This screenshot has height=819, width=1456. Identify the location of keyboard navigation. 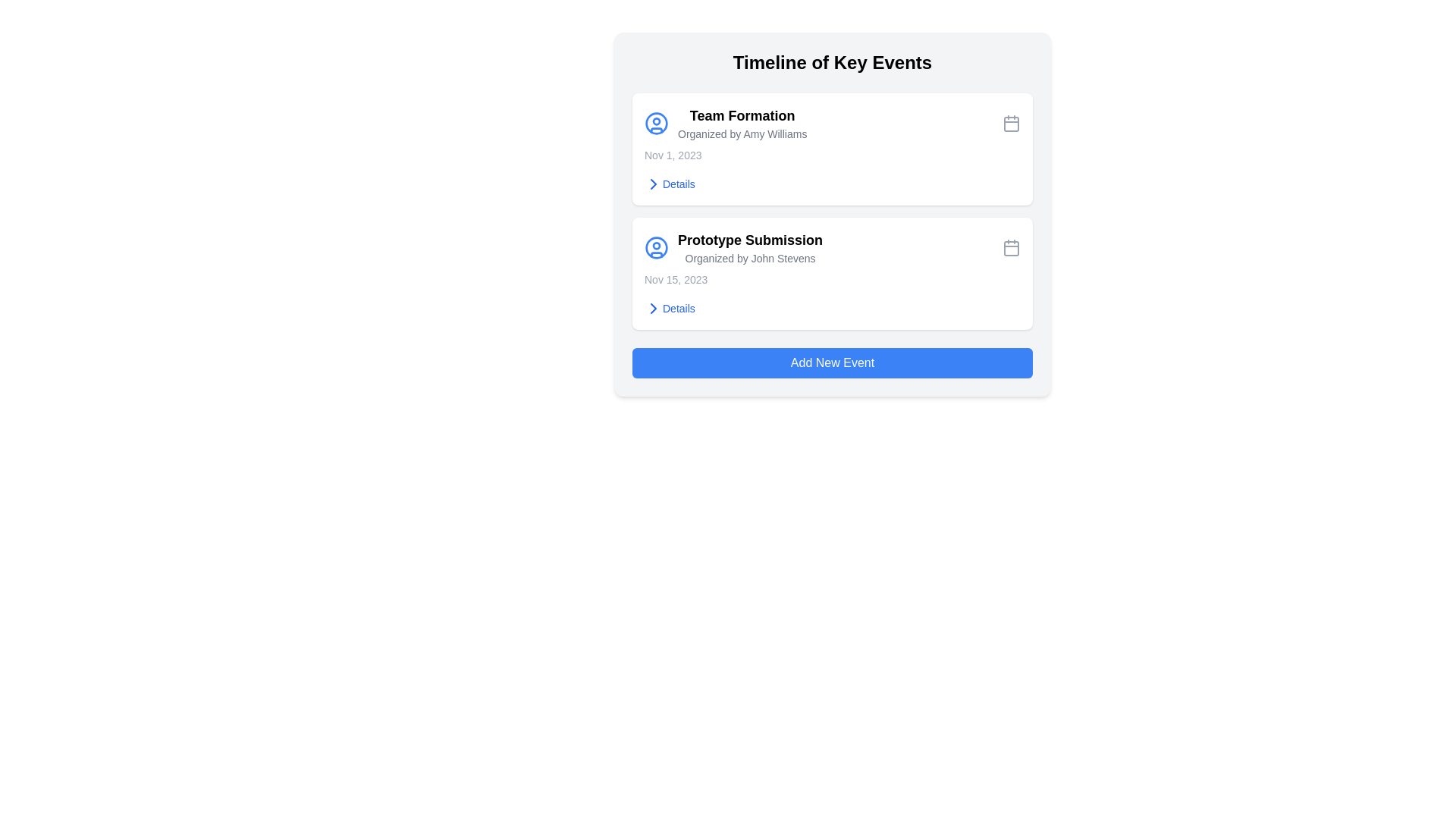
(654, 184).